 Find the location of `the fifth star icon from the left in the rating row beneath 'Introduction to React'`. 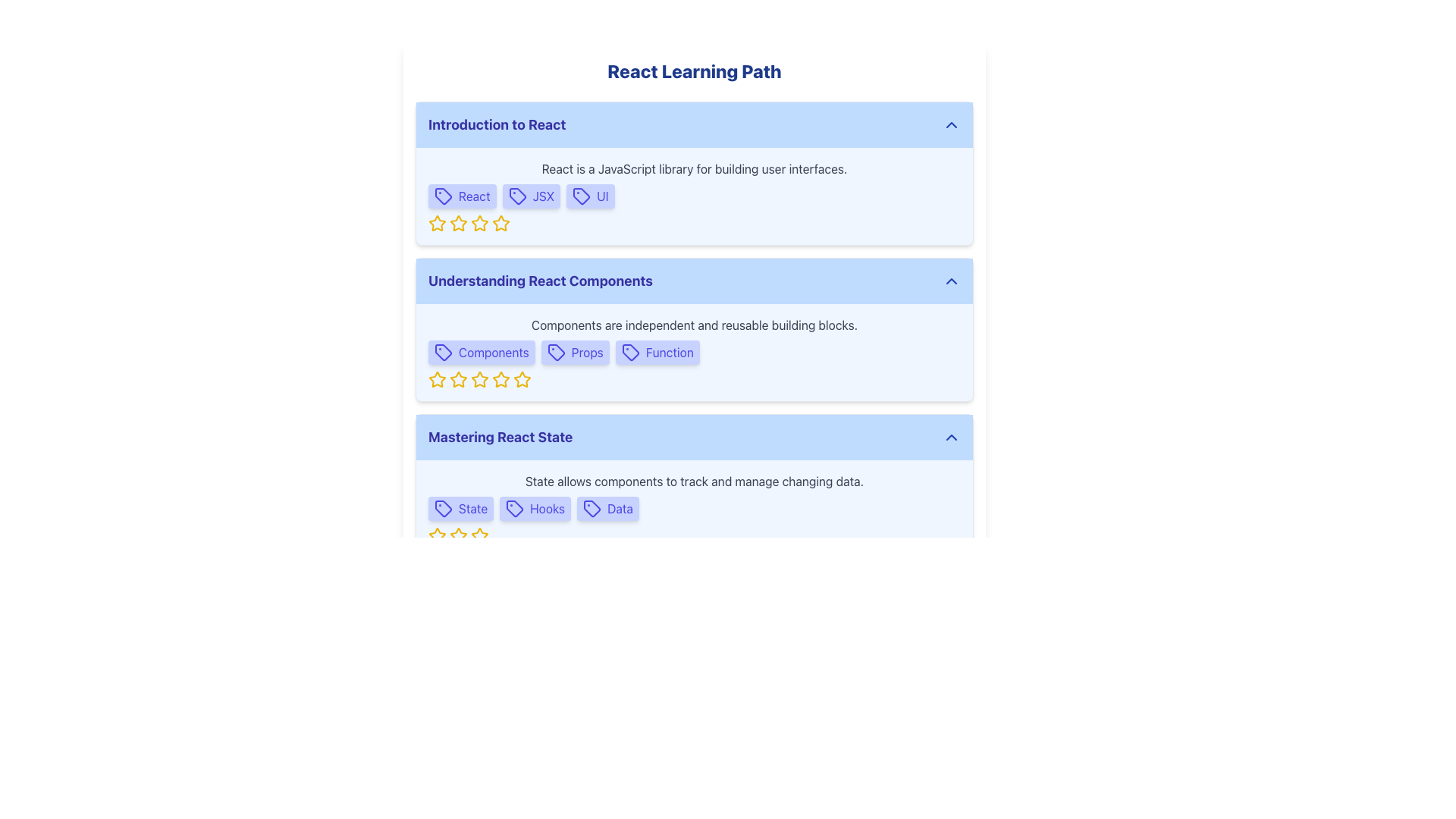

the fifth star icon from the left in the rating row beneath 'Introduction to React' is located at coordinates (479, 223).